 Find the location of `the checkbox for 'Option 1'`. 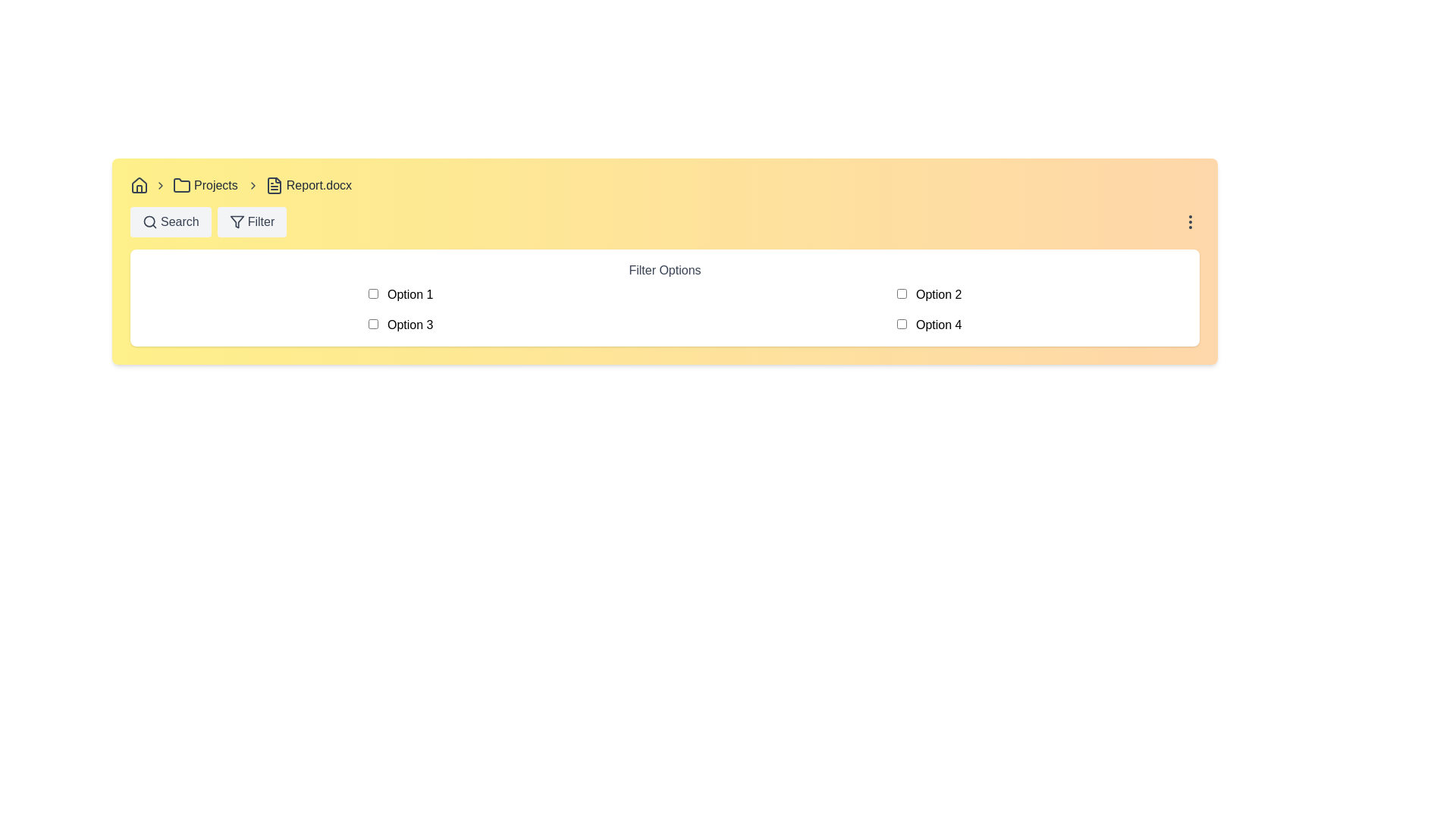

the checkbox for 'Option 1' is located at coordinates (373, 293).